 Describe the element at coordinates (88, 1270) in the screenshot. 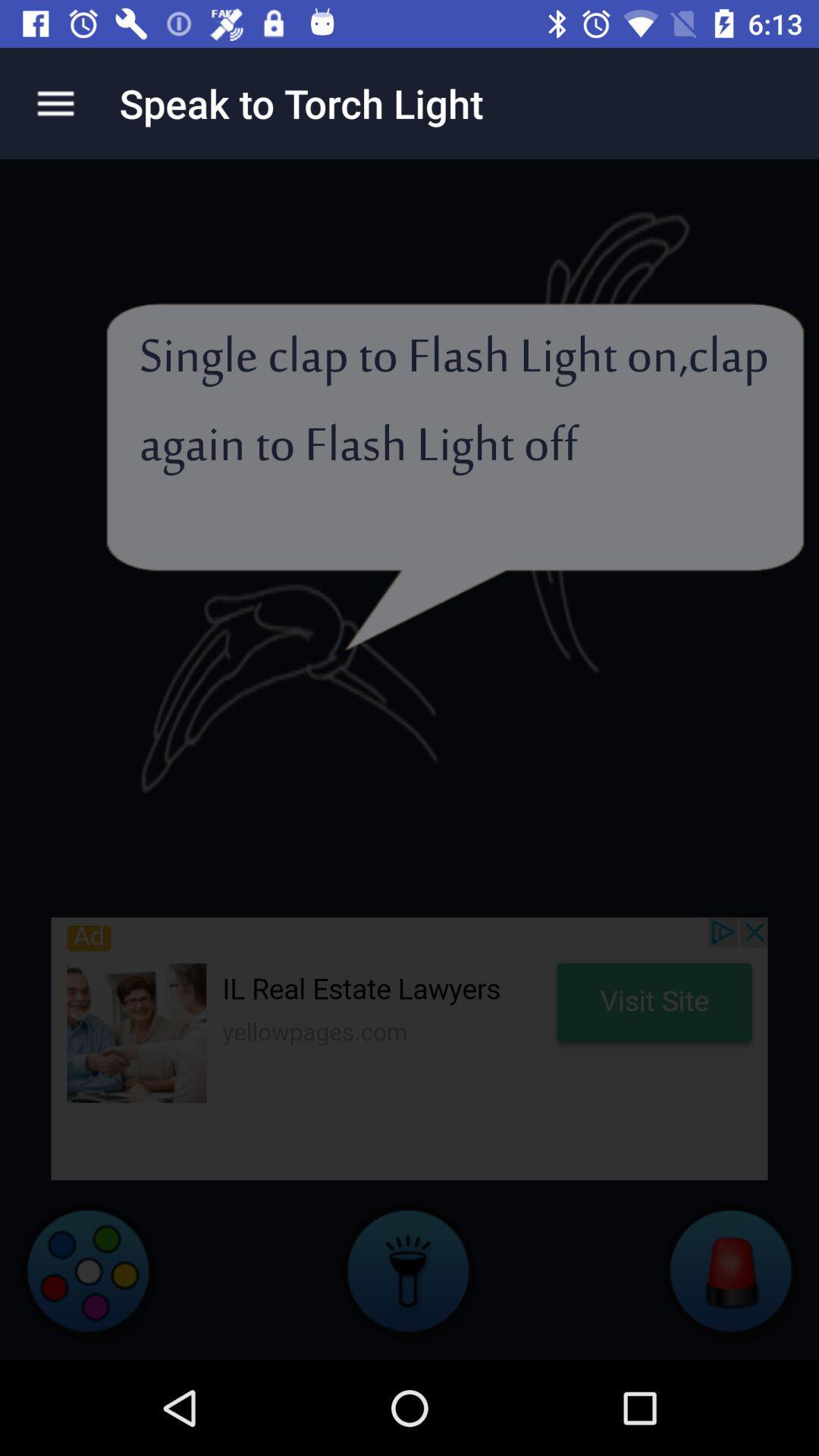

I see `the settings icon` at that location.